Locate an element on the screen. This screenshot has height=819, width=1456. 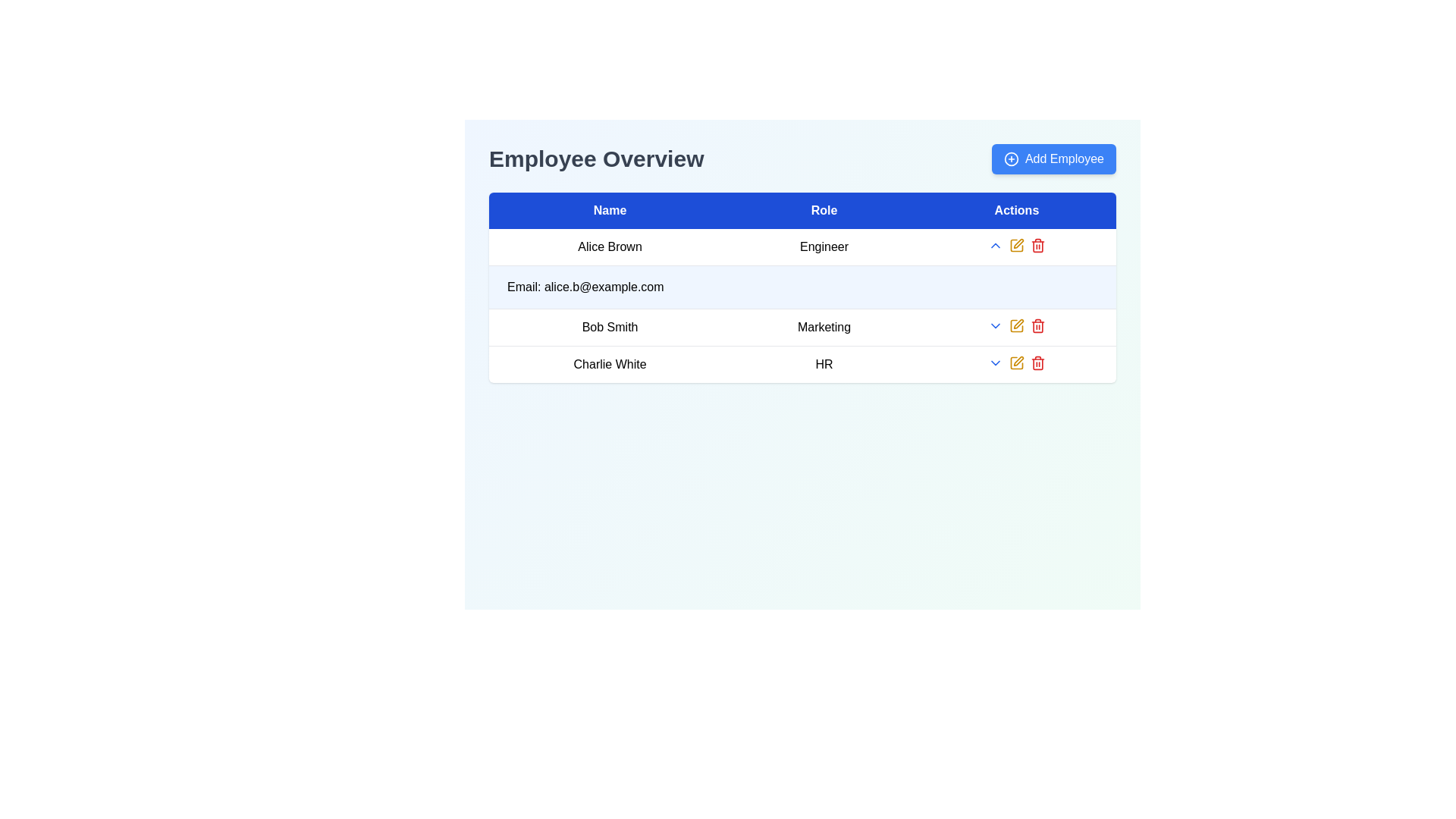
the trash bin icon, which is a vertical rectangle with rounded corners, located in the 'Actions' column of the second row in the table is located at coordinates (1037, 246).